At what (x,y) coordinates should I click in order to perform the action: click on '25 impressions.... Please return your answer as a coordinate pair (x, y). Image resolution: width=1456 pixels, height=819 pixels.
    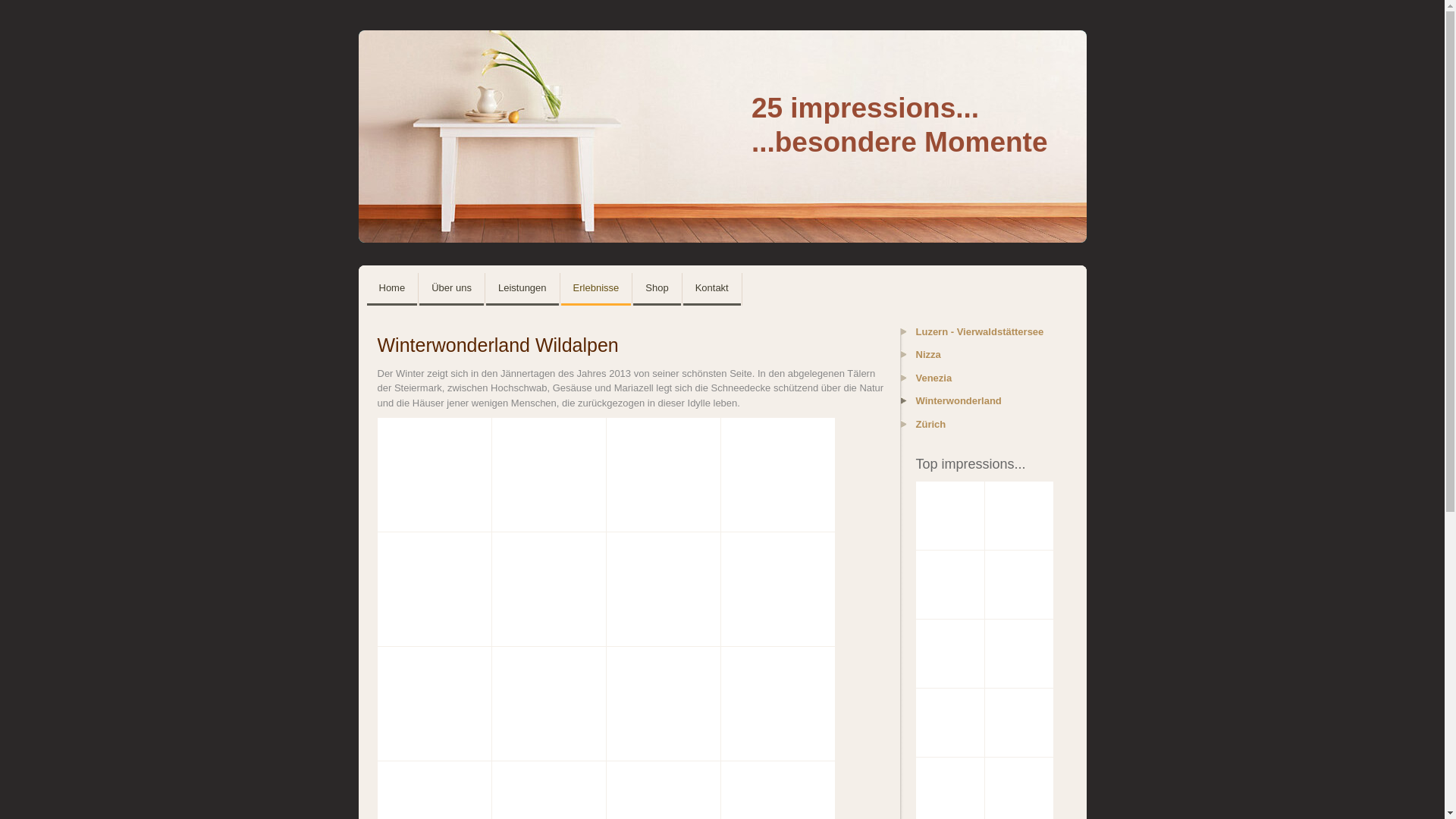
    Looking at the image, I should click on (720, 136).